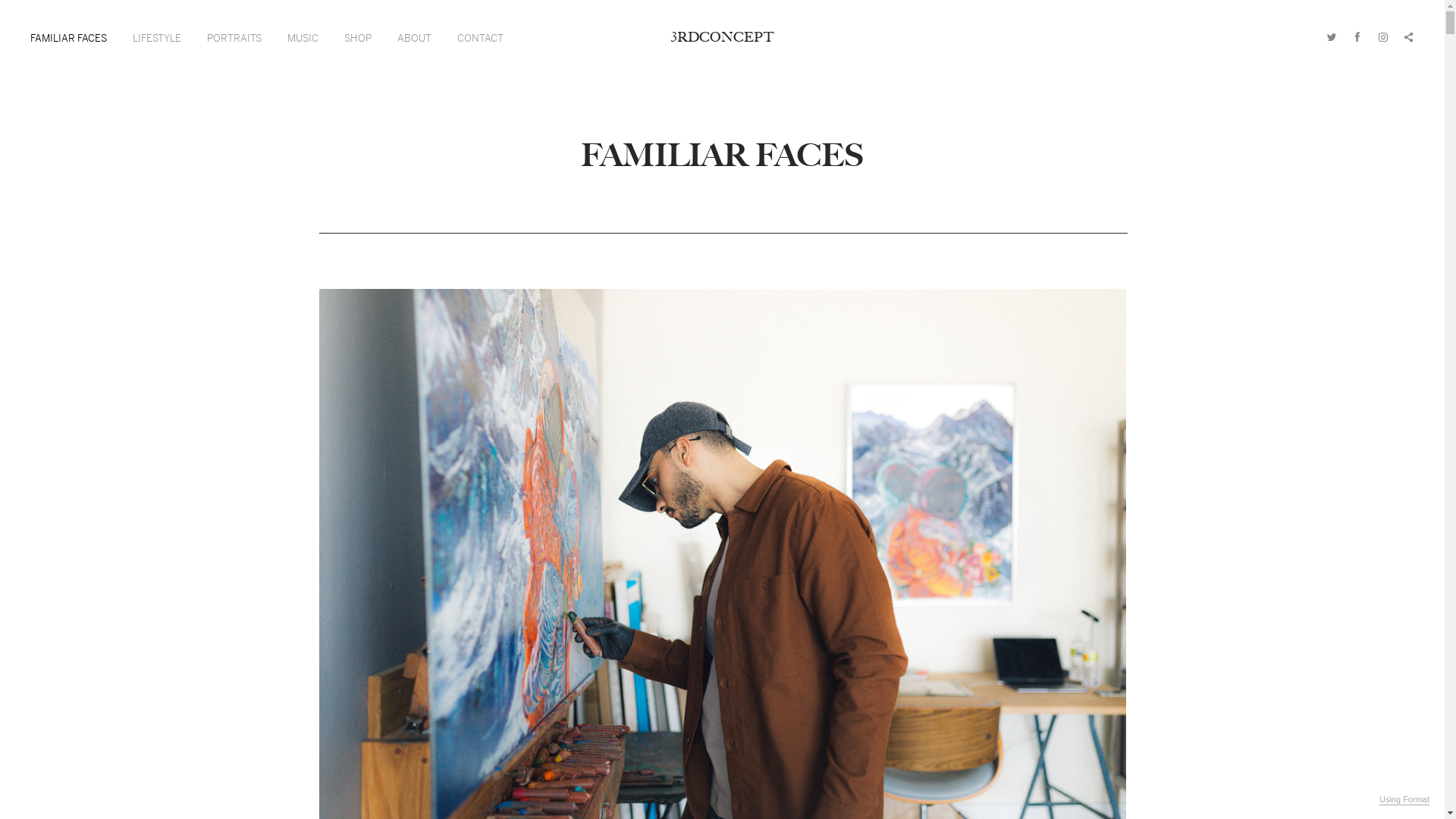  I want to click on 'Instagram', so click(1383, 36).